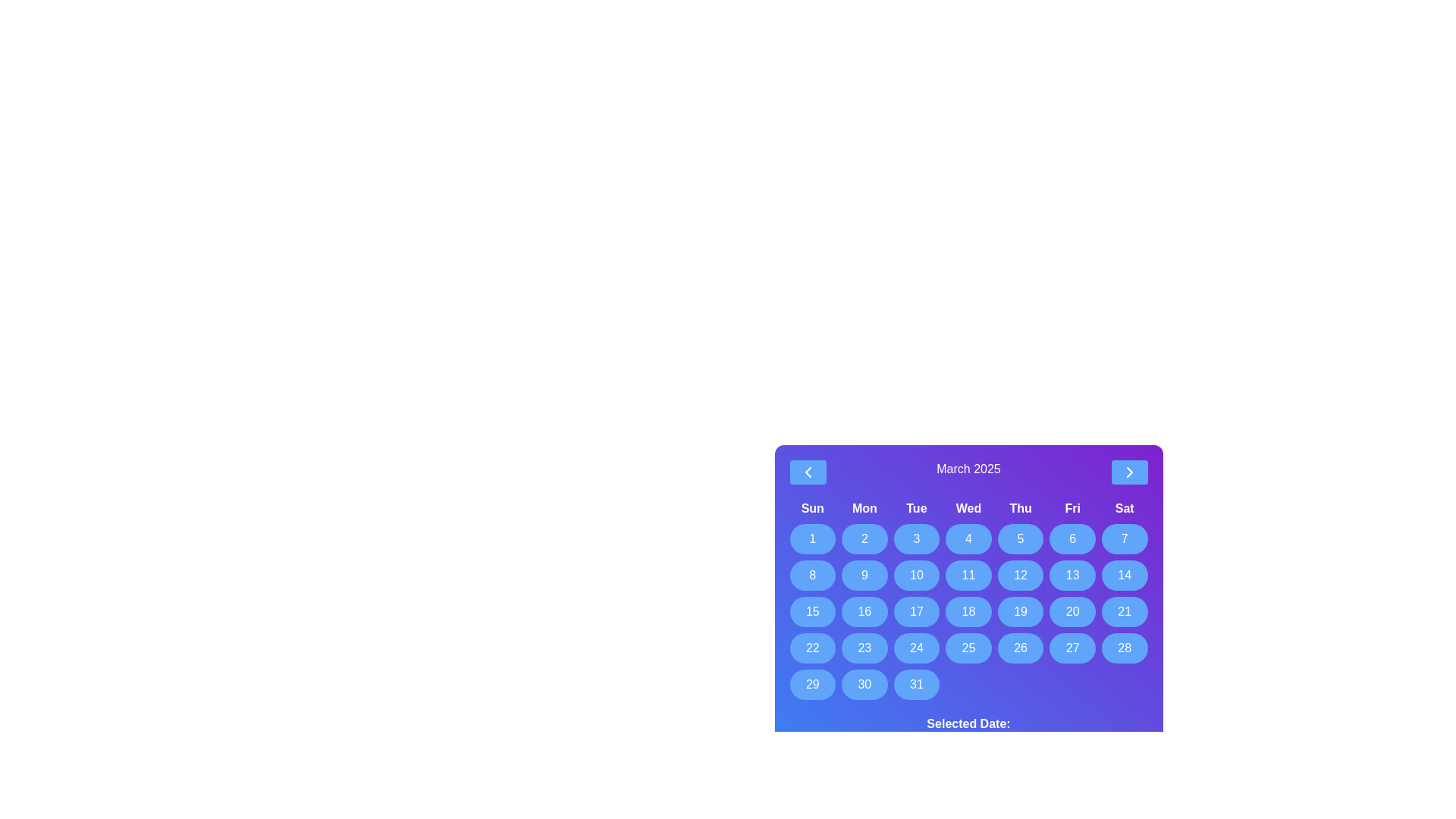 This screenshot has width=1456, height=819. Describe the element at coordinates (915, 509) in the screenshot. I see `the text label indicating 'Tuesday' in the calendar interface, which is located in the top row under the month header 'March 2025.'` at that location.